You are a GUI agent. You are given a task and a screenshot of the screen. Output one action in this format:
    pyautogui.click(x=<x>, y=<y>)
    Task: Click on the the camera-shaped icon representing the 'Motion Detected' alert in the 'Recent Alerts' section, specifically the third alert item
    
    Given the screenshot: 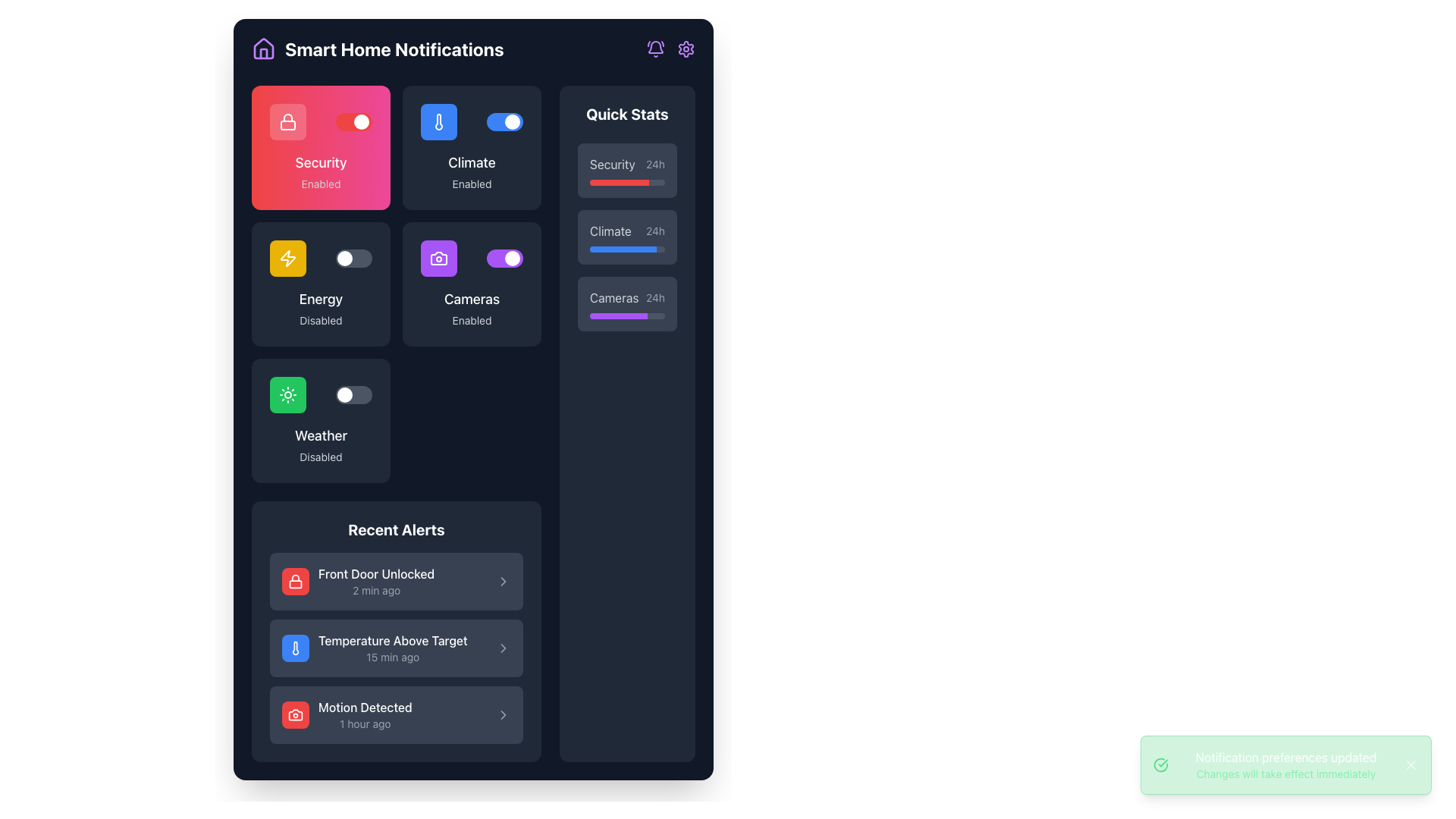 What is the action you would take?
    pyautogui.click(x=295, y=714)
    